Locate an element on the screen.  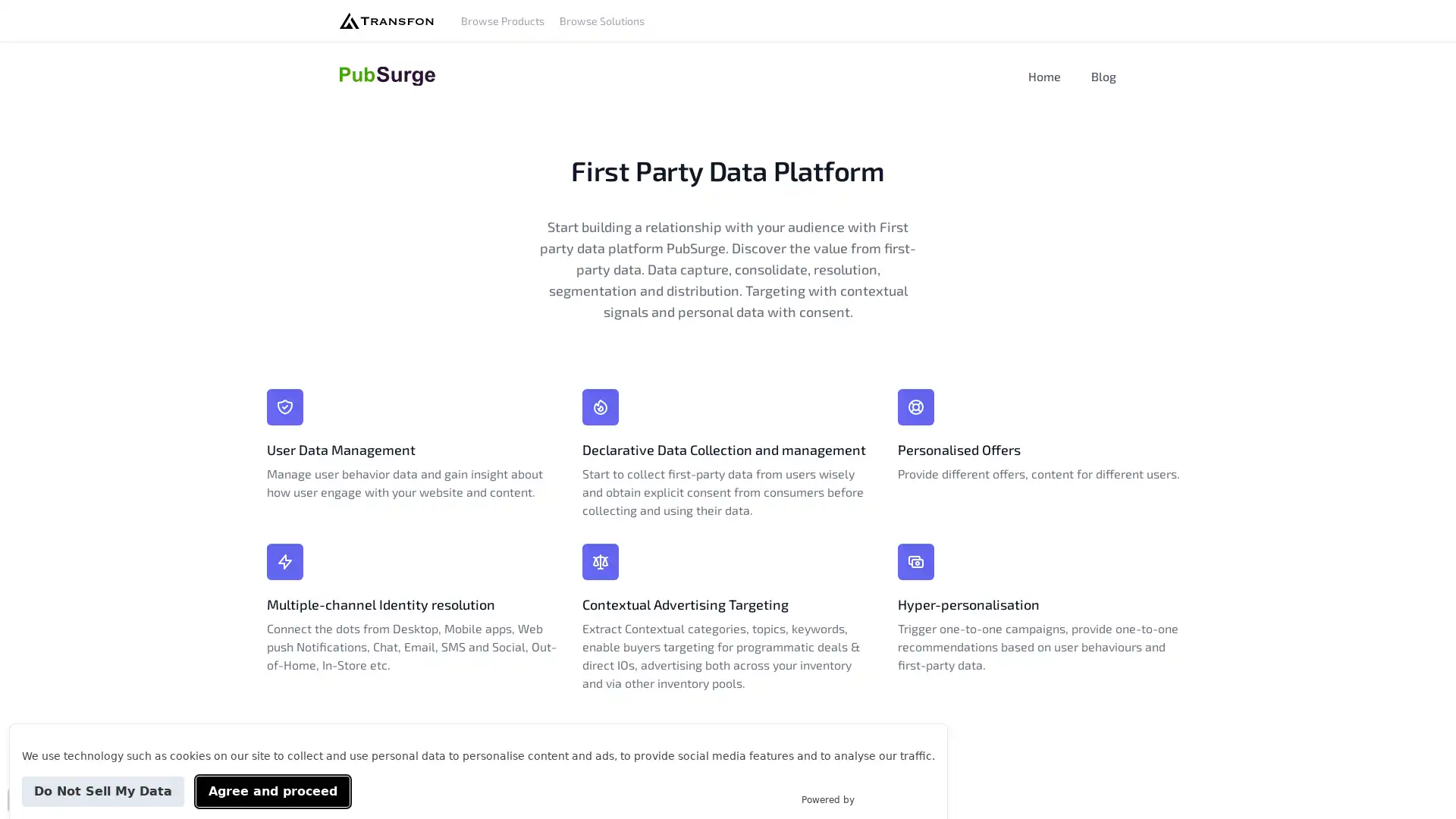
Do Not Sell My Data is located at coordinates (102, 791).